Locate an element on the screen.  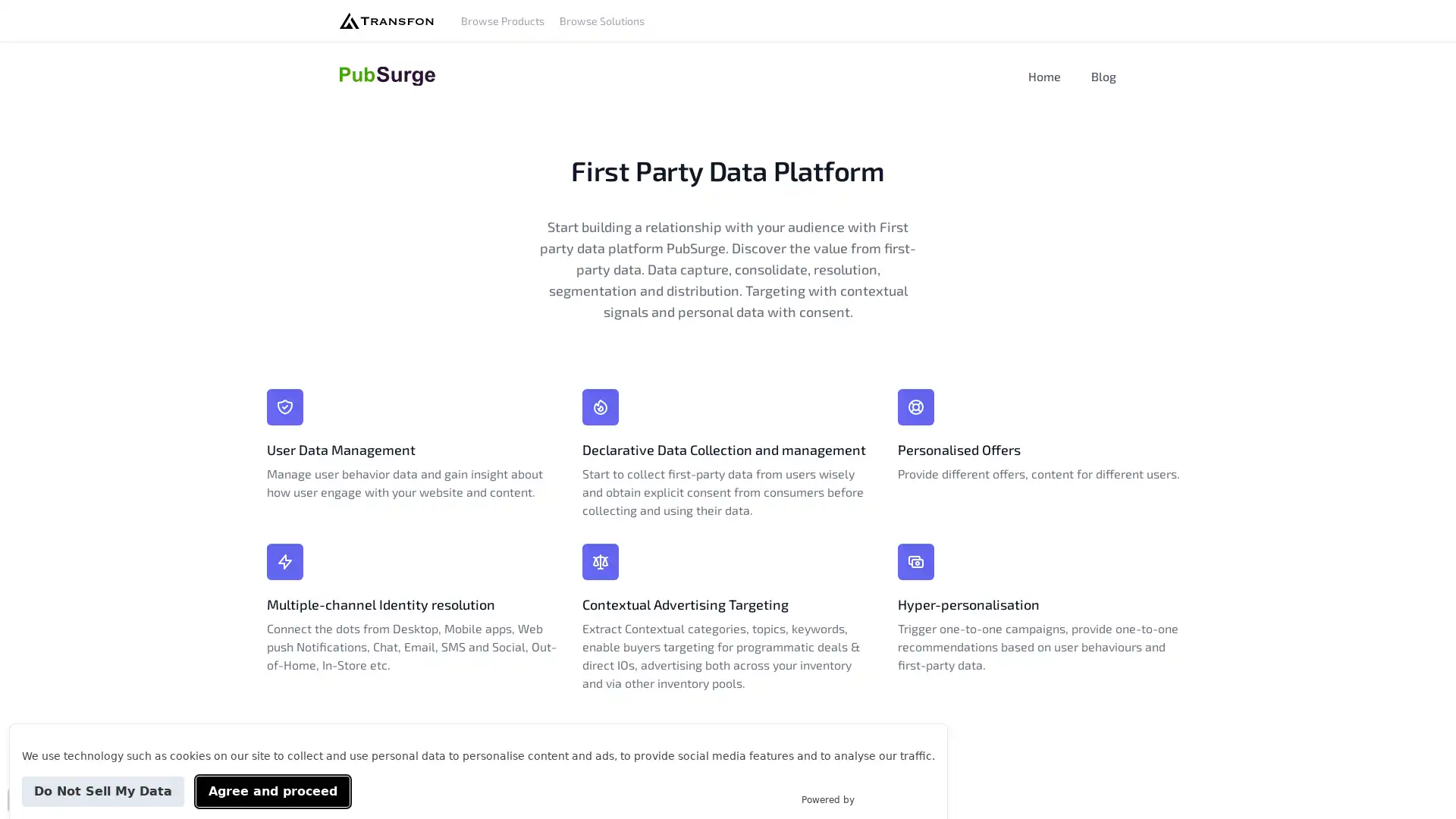
Do Not Sell My Data is located at coordinates (102, 791).